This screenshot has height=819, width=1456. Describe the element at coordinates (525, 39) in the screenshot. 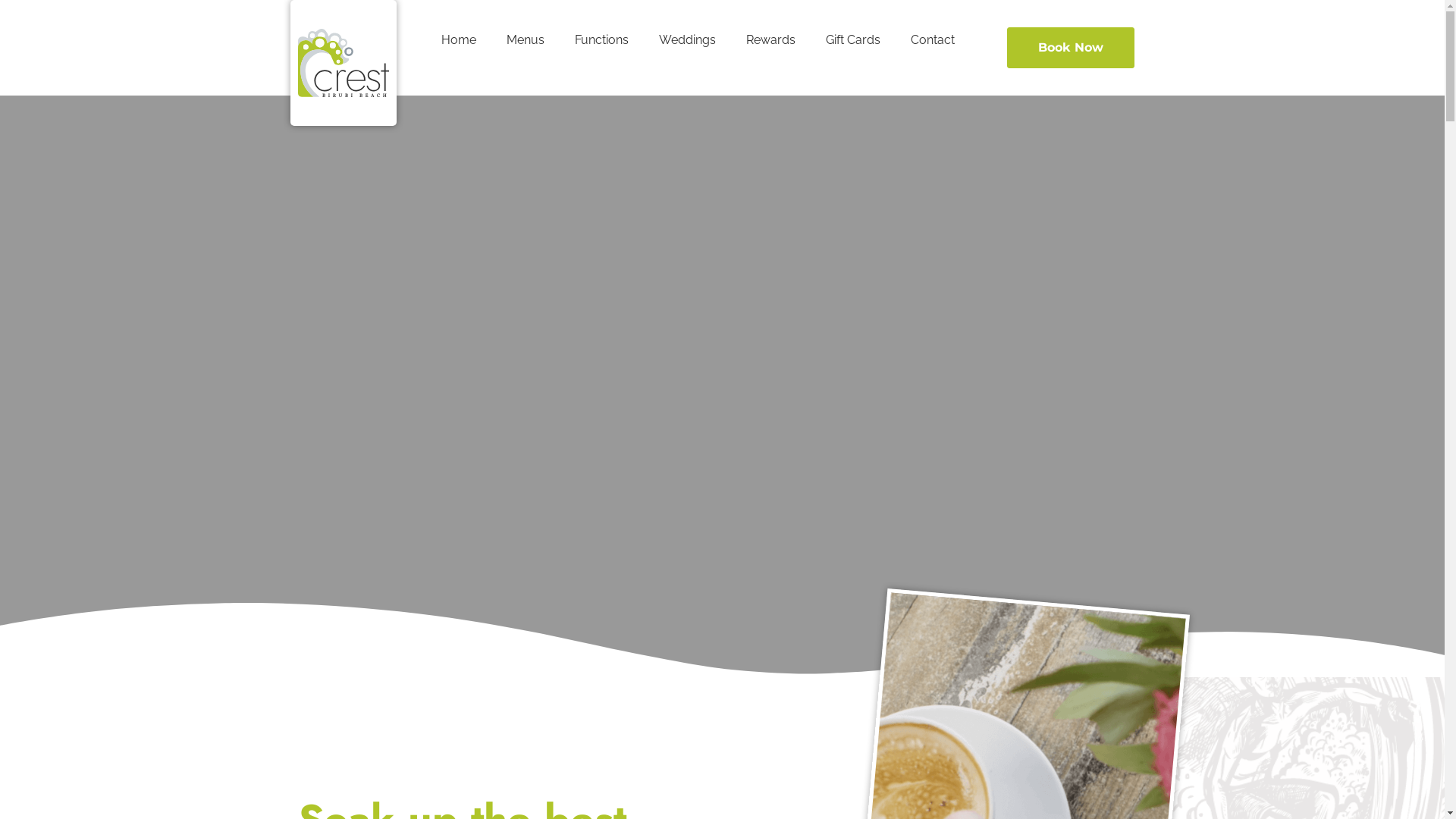

I see `'Menus'` at that location.